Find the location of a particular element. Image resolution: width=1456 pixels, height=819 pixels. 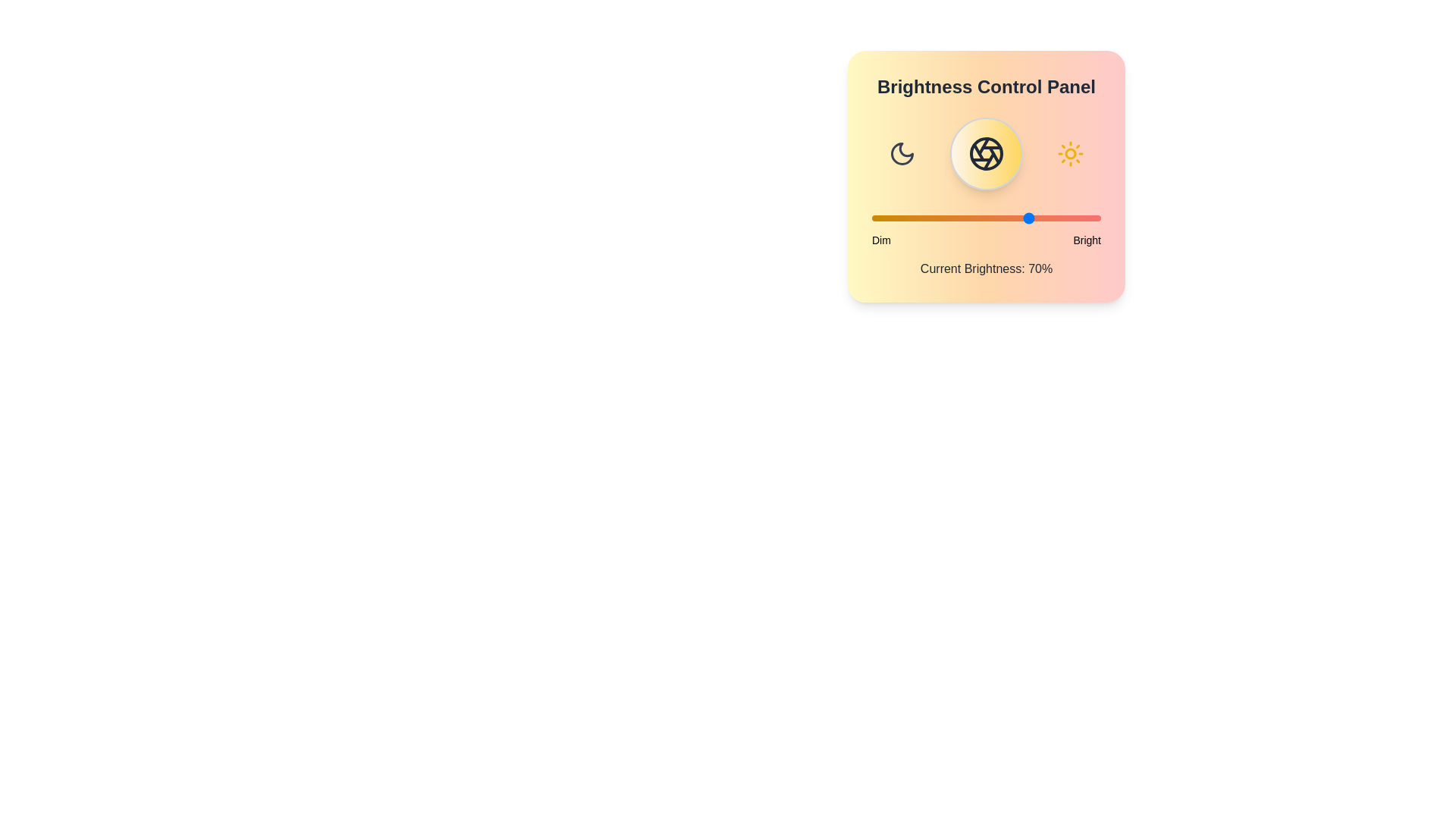

the aperture icon to provide visual feedback is located at coordinates (986, 154).